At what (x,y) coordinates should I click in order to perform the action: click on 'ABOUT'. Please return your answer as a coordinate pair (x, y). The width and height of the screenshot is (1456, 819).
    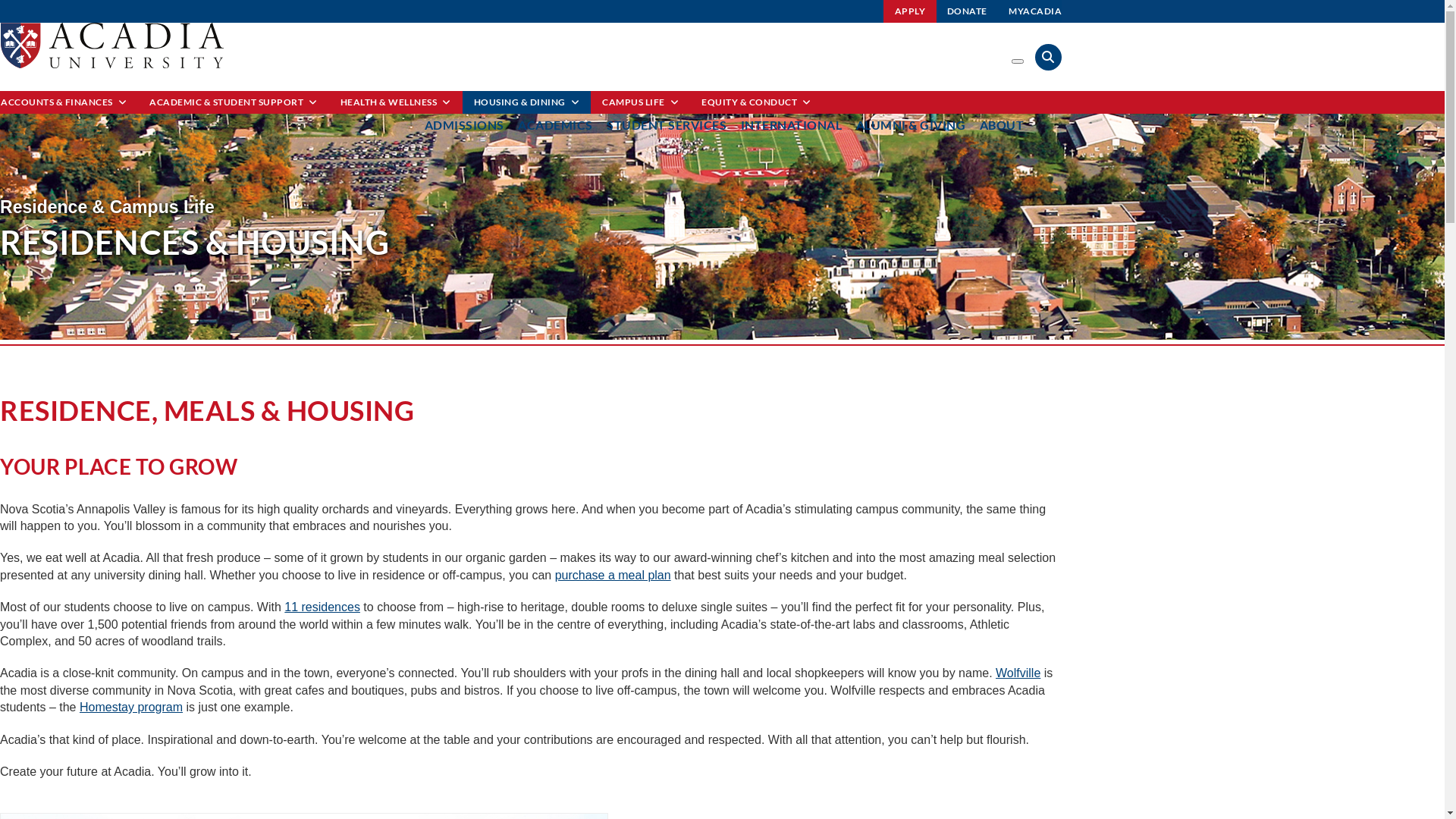
    Looking at the image, I should click on (1002, 124).